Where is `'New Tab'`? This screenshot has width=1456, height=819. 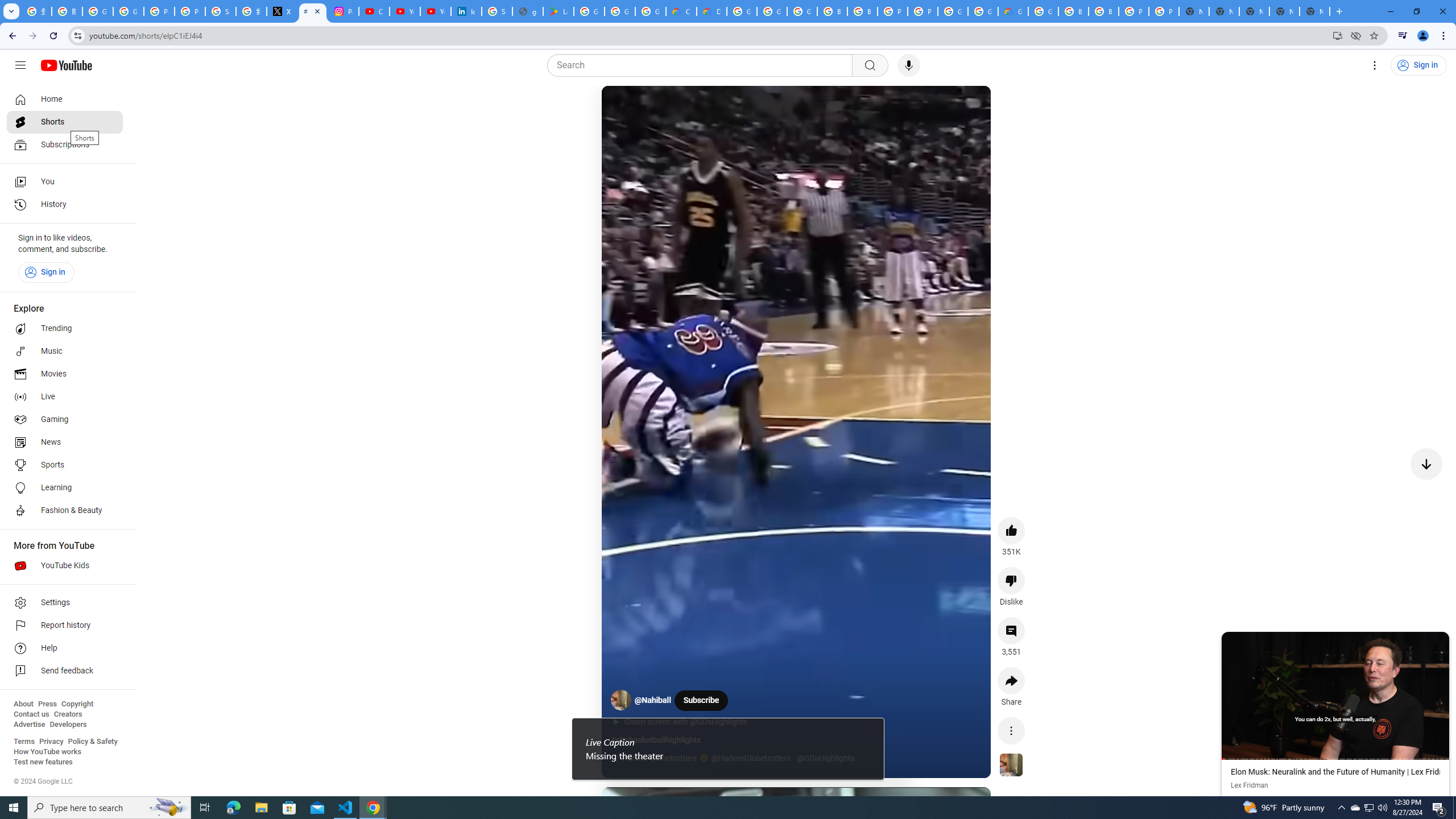
'New Tab' is located at coordinates (1314, 11).